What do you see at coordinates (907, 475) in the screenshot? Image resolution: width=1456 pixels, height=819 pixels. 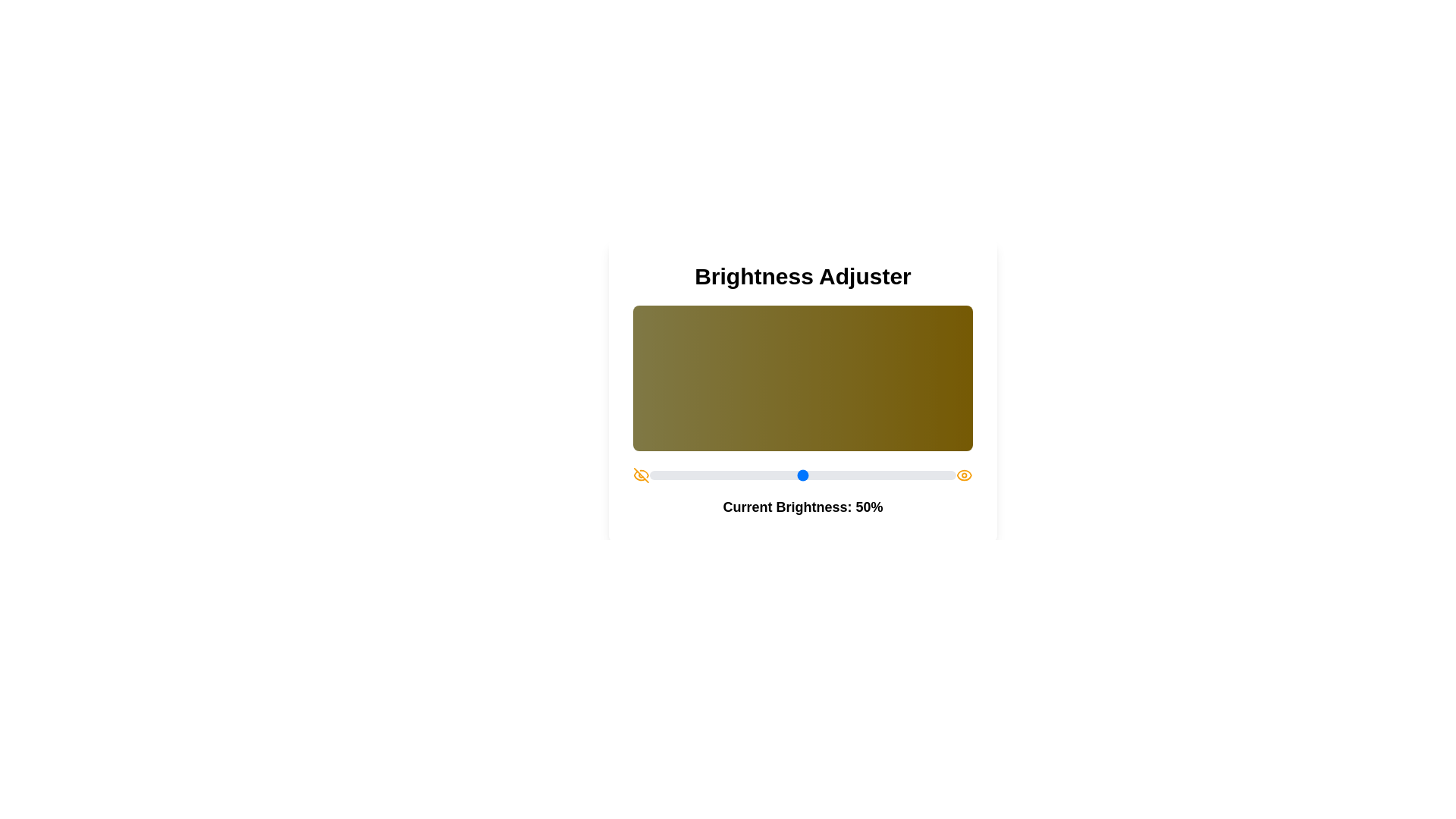 I see `the brightness slider to set the brightness to 84%` at bounding box center [907, 475].